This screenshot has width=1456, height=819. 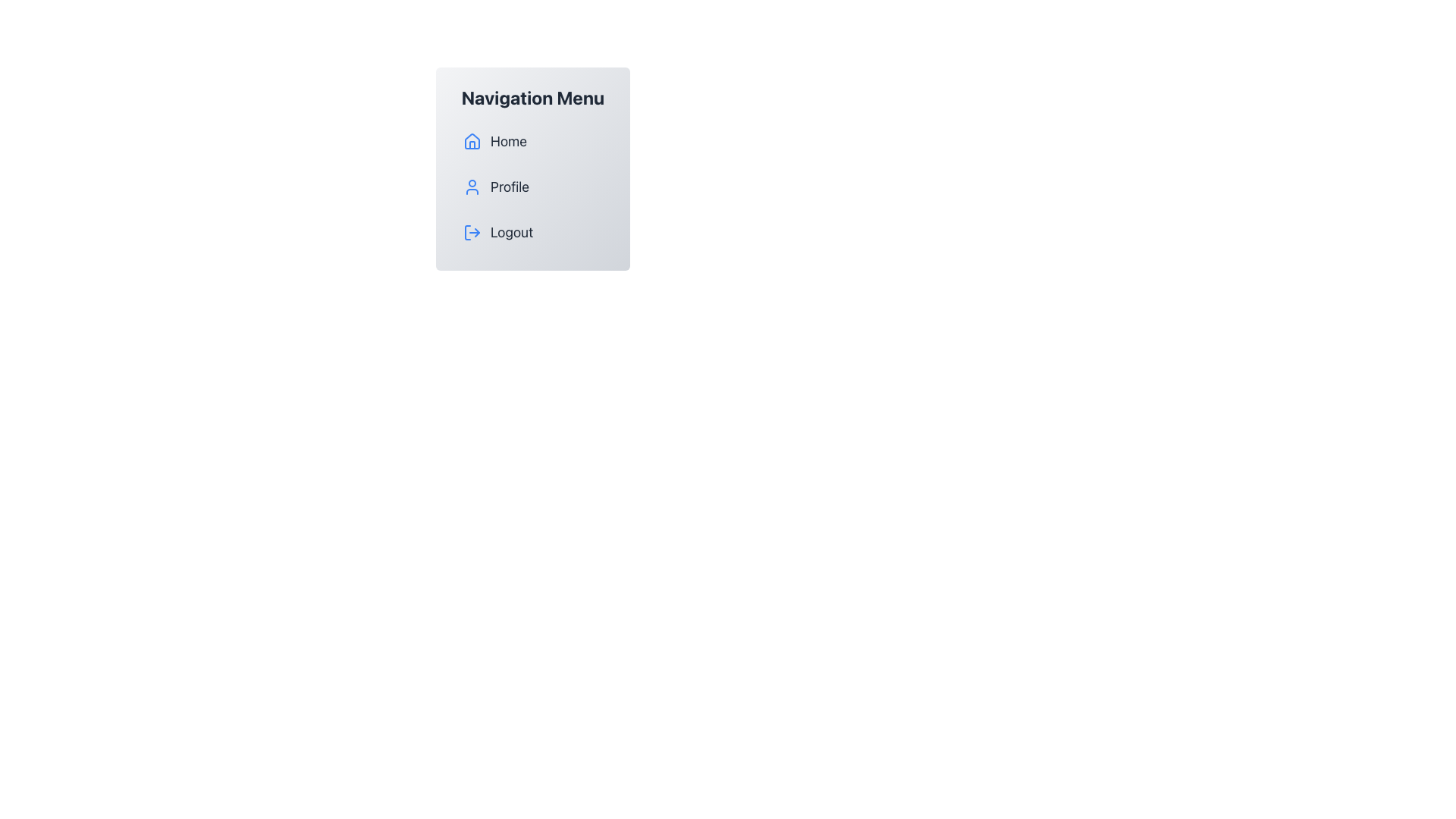 I want to click on the blue house icon located in the navigation menu labeled 'Home', positioned to the left of the text label 'Home', so click(x=472, y=141).